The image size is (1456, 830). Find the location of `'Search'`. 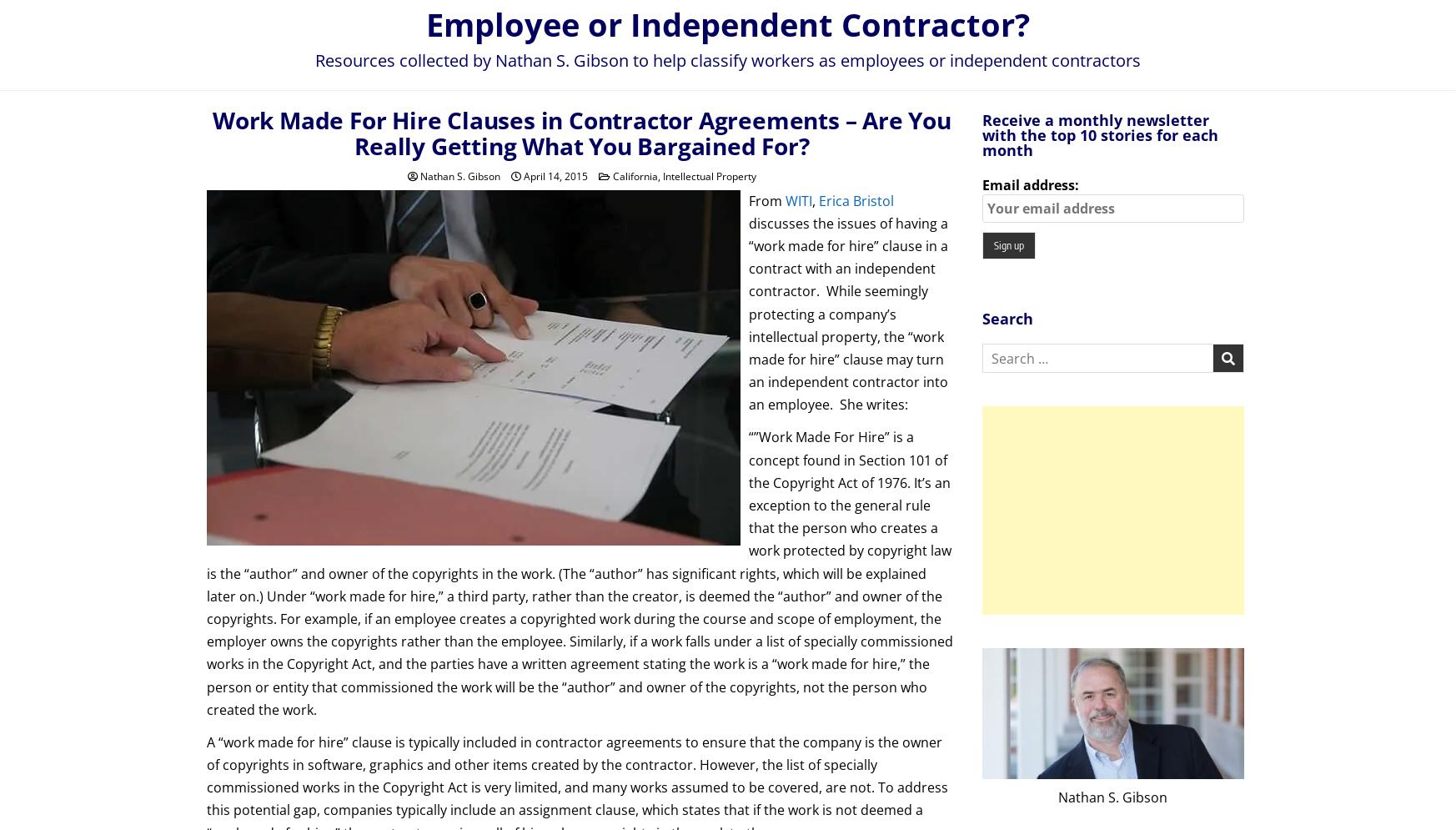

'Search' is located at coordinates (982, 317).